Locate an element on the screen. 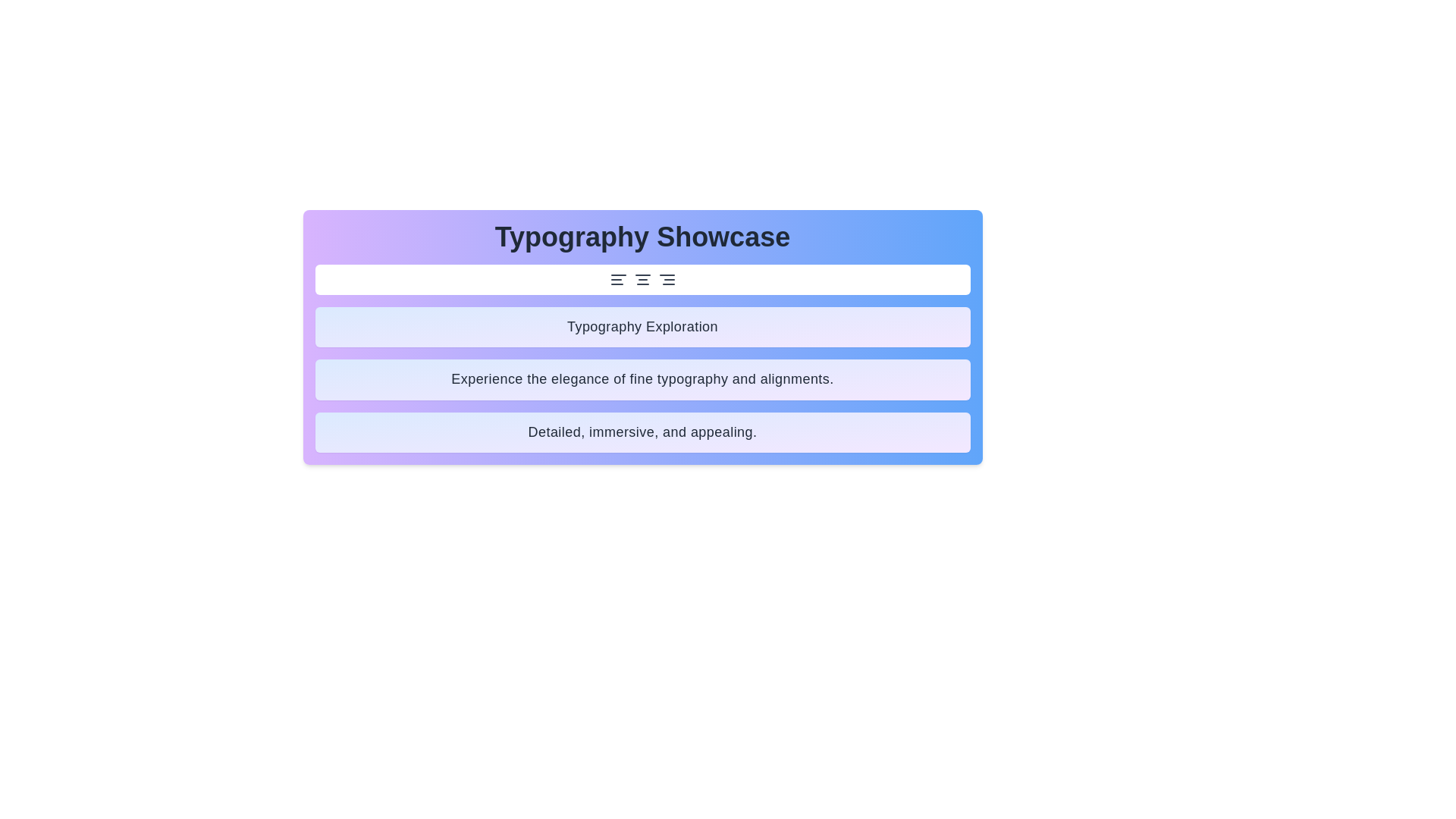 The width and height of the screenshot is (1456, 819). the centered alignment icon, which is represented by three horizontal lines of varying lengths arranged vertically and displayed in dark gray, located between the left and right alignment icons is located at coordinates (642, 280).